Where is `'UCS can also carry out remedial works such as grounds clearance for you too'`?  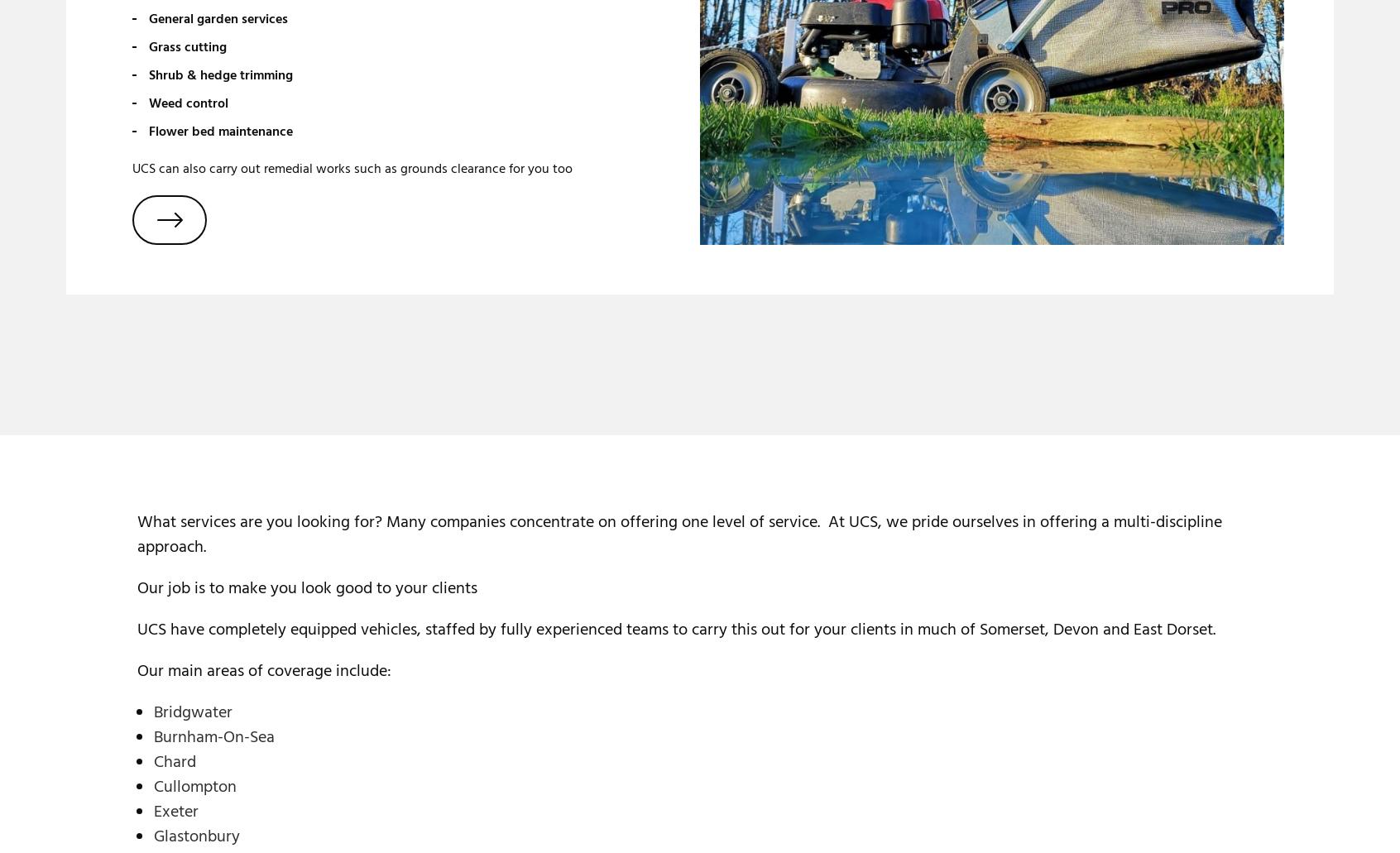 'UCS can also carry out remedial works such as grounds clearance for you too' is located at coordinates (352, 168).